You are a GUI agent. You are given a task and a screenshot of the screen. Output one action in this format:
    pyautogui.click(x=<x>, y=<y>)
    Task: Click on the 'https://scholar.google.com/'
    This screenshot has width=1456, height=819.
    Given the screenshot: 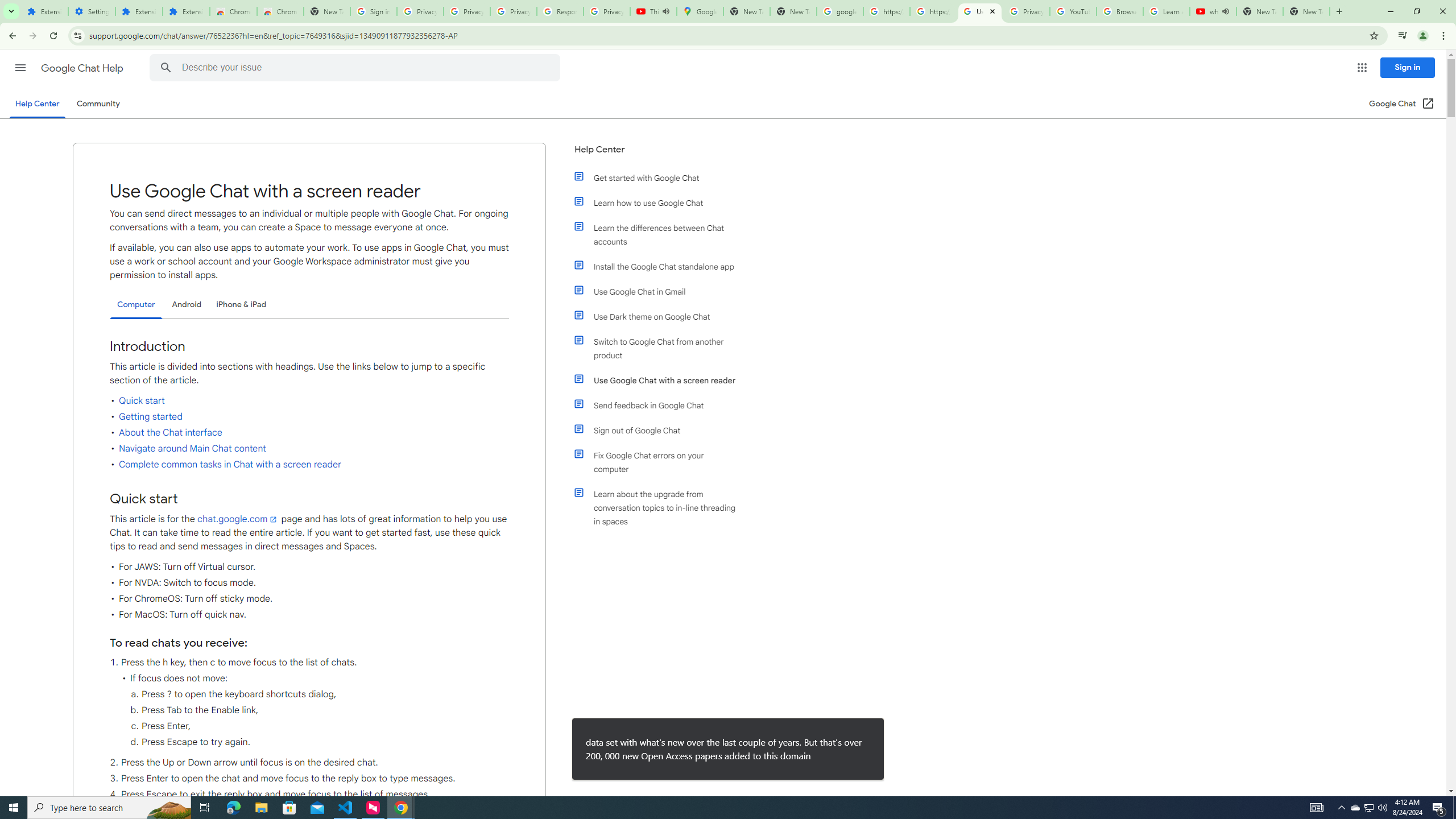 What is the action you would take?
    pyautogui.click(x=886, y=11)
    